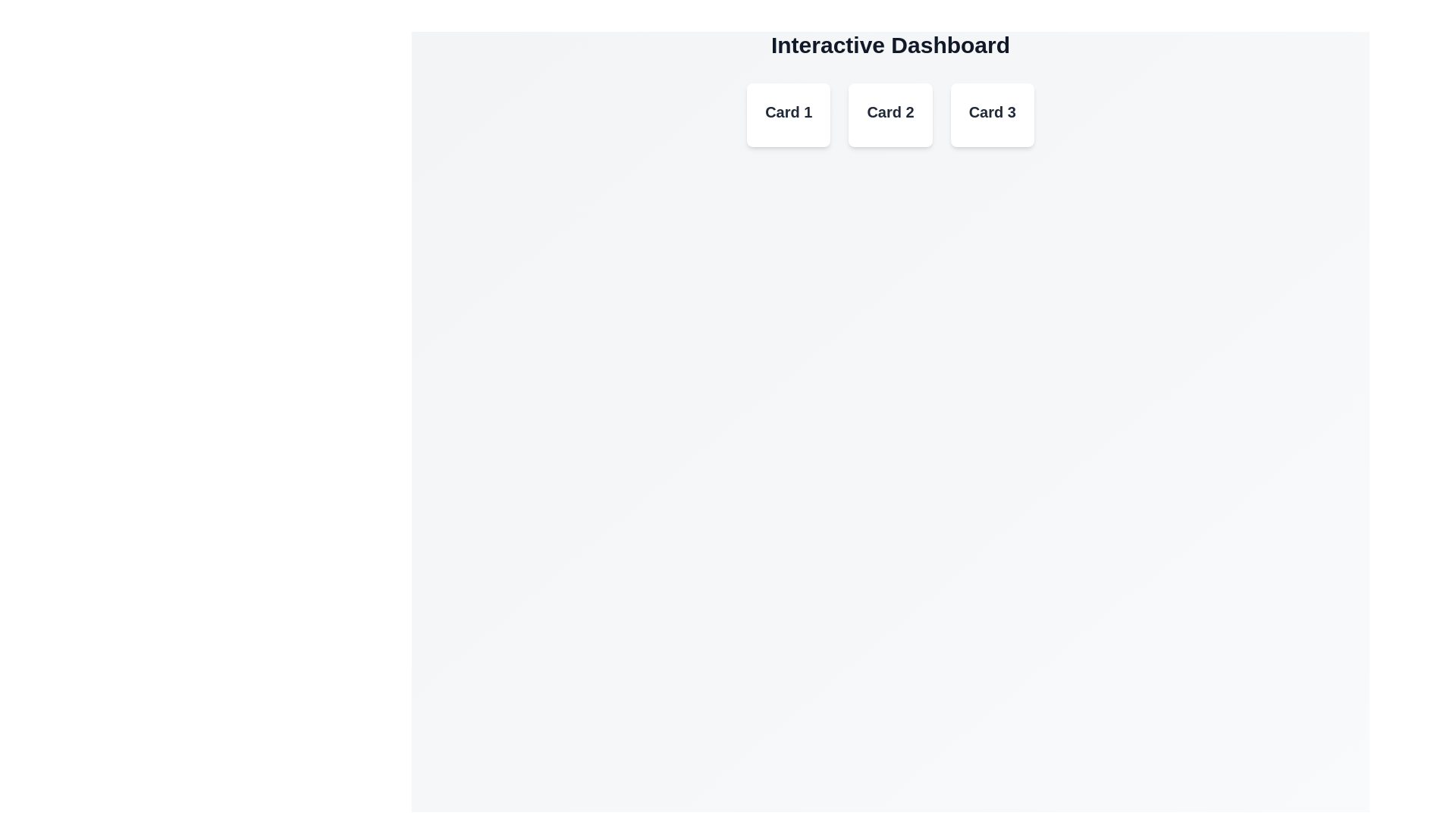 This screenshot has height=819, width=1456. Describe the element at coordinates (789, 111) in the screenshot. I see `the static text label displaying 'Card 1', which is bold, slightly larger, and dark gray, located in the first card of the horizontal row below 'Interactive Dashboard'` at that location.